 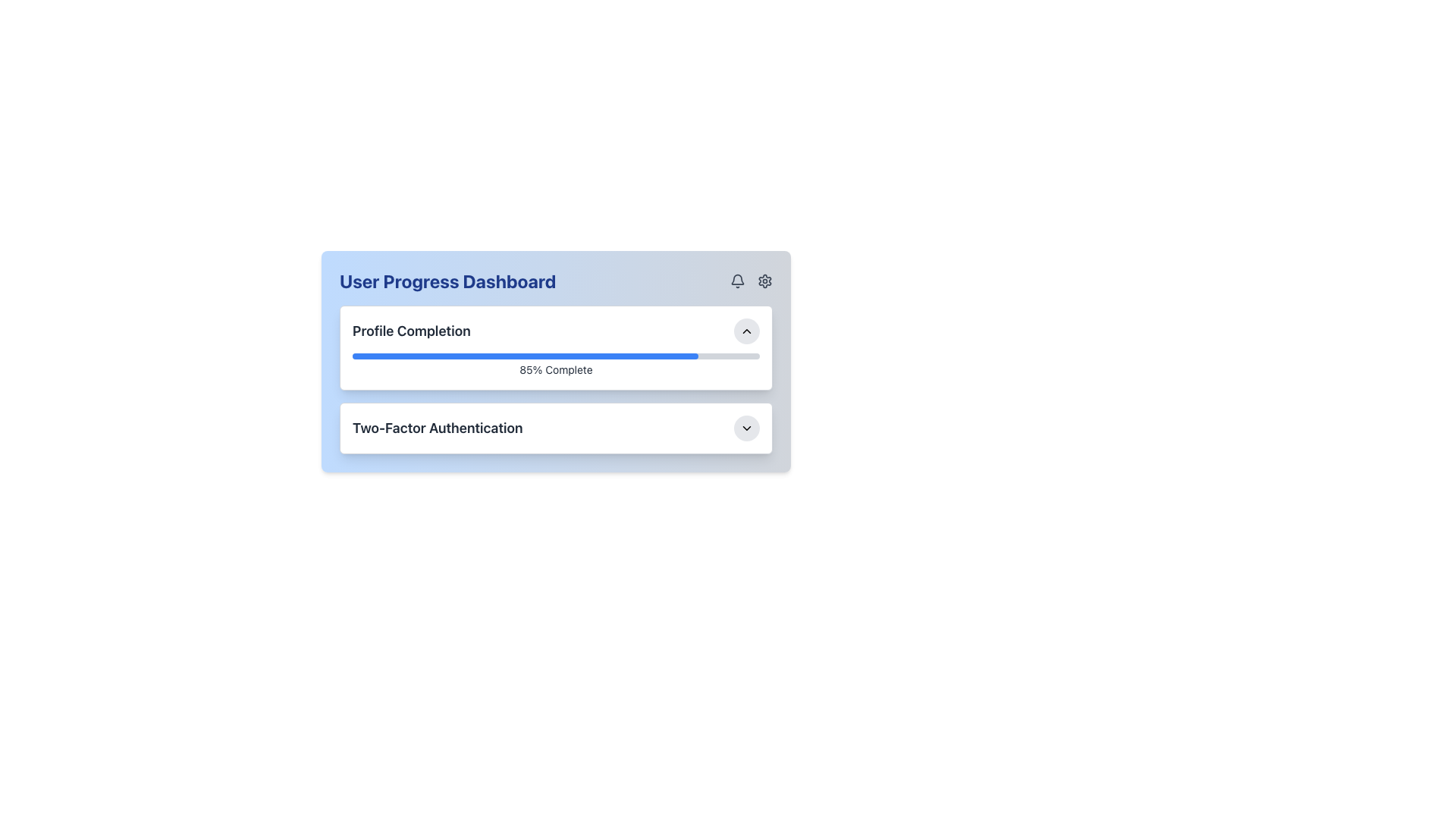 What do you see at coordinates (555, 370) in the screenshot?
I see `the text label displaying '85% Complete' which is styled in a smaller font size and located below the progress bar in the 'Profile Completion' section of the 'User Progress Dashboard'` at bounding box center [555, 370].